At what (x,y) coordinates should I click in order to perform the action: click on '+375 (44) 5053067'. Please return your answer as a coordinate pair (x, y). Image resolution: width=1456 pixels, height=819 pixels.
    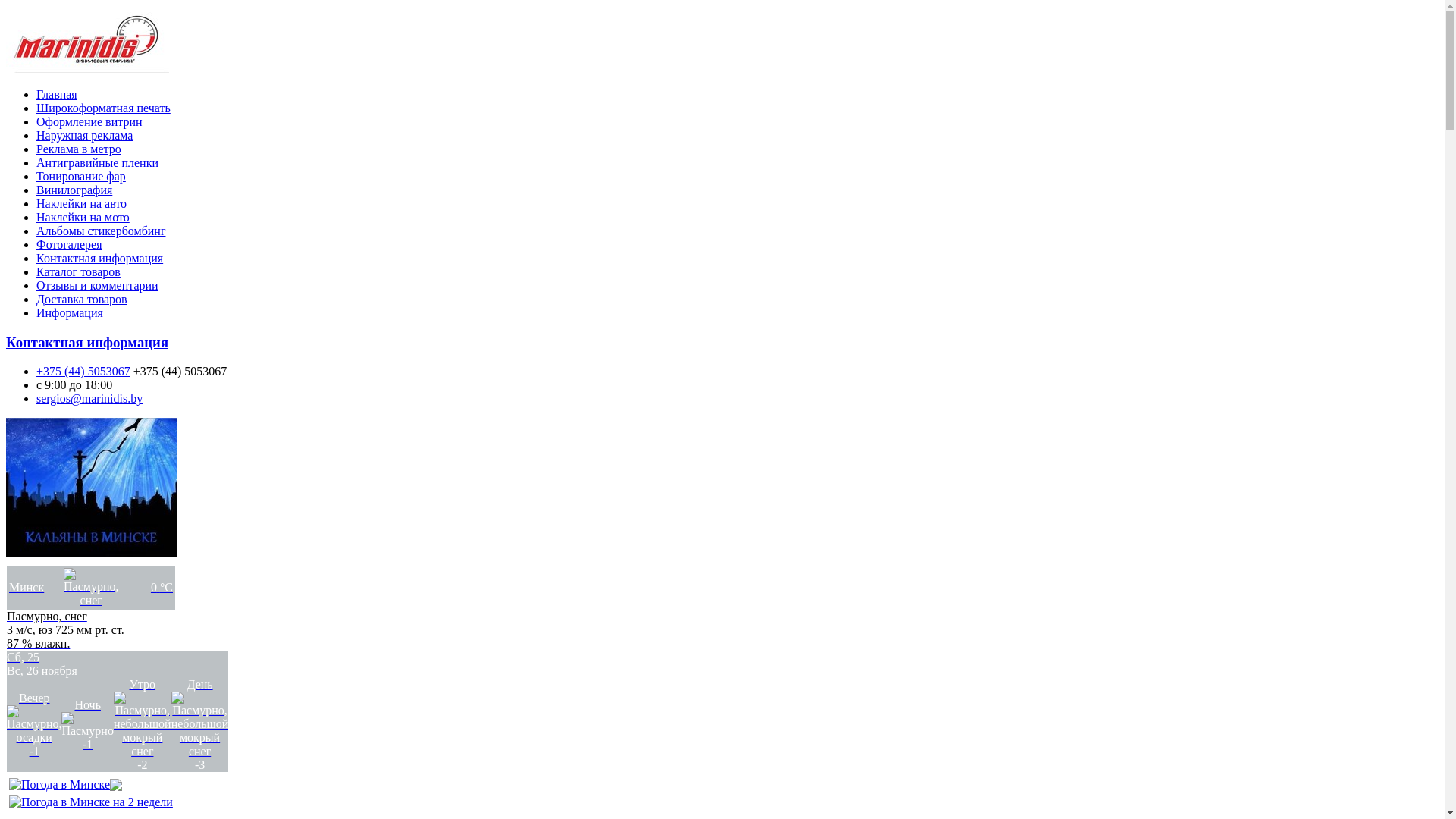
    Looking at the image, I should click on (83, 371).